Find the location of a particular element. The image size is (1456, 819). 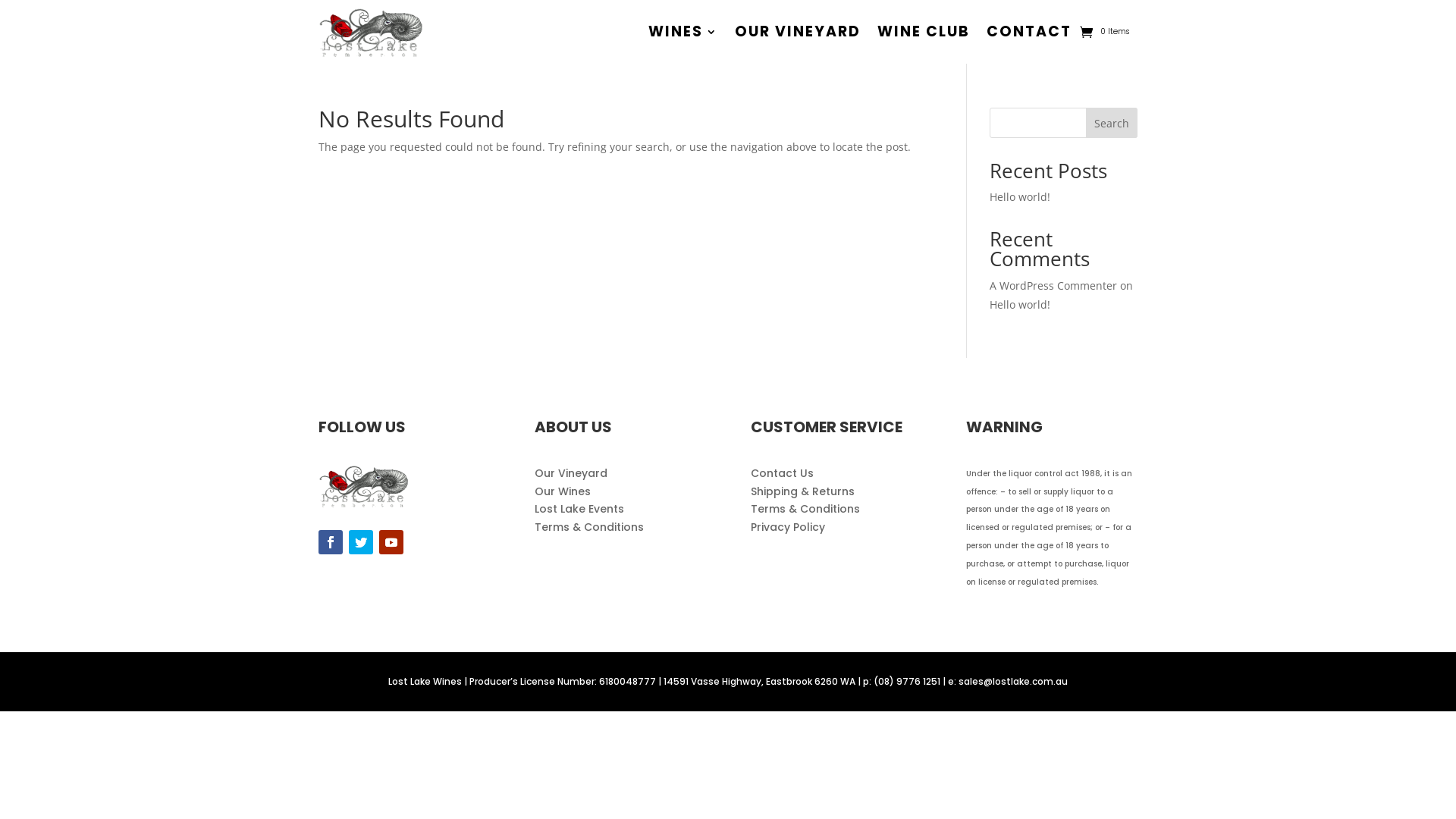

'WINE CLUB' is located at coordinates (877, 32).